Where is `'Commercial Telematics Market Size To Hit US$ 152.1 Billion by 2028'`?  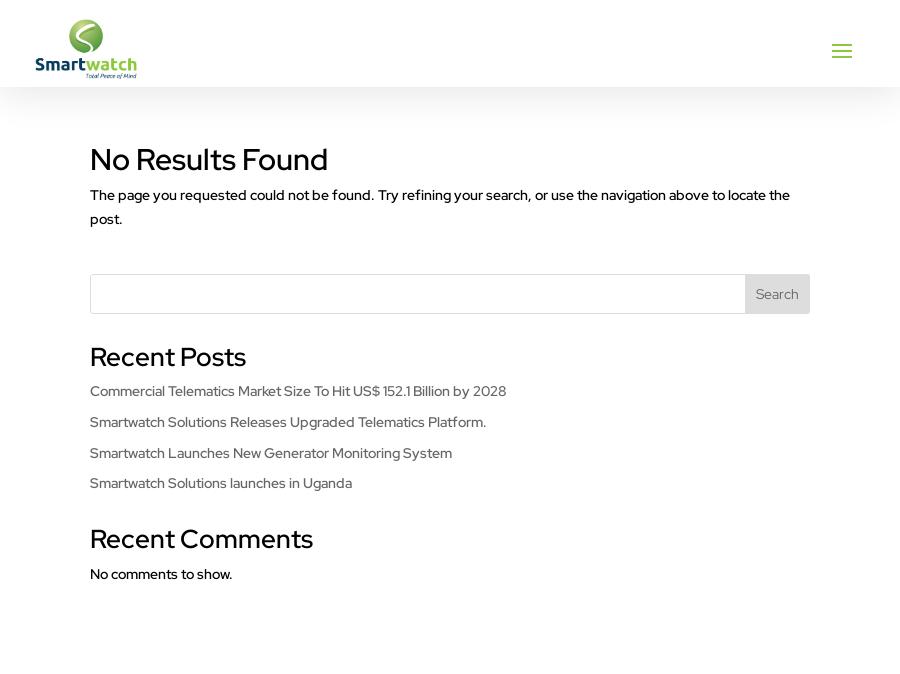
'Commercial Telematics Market Size To Hit US$ 152.1 Billion by 2028' is located at coordinates (297, 389).